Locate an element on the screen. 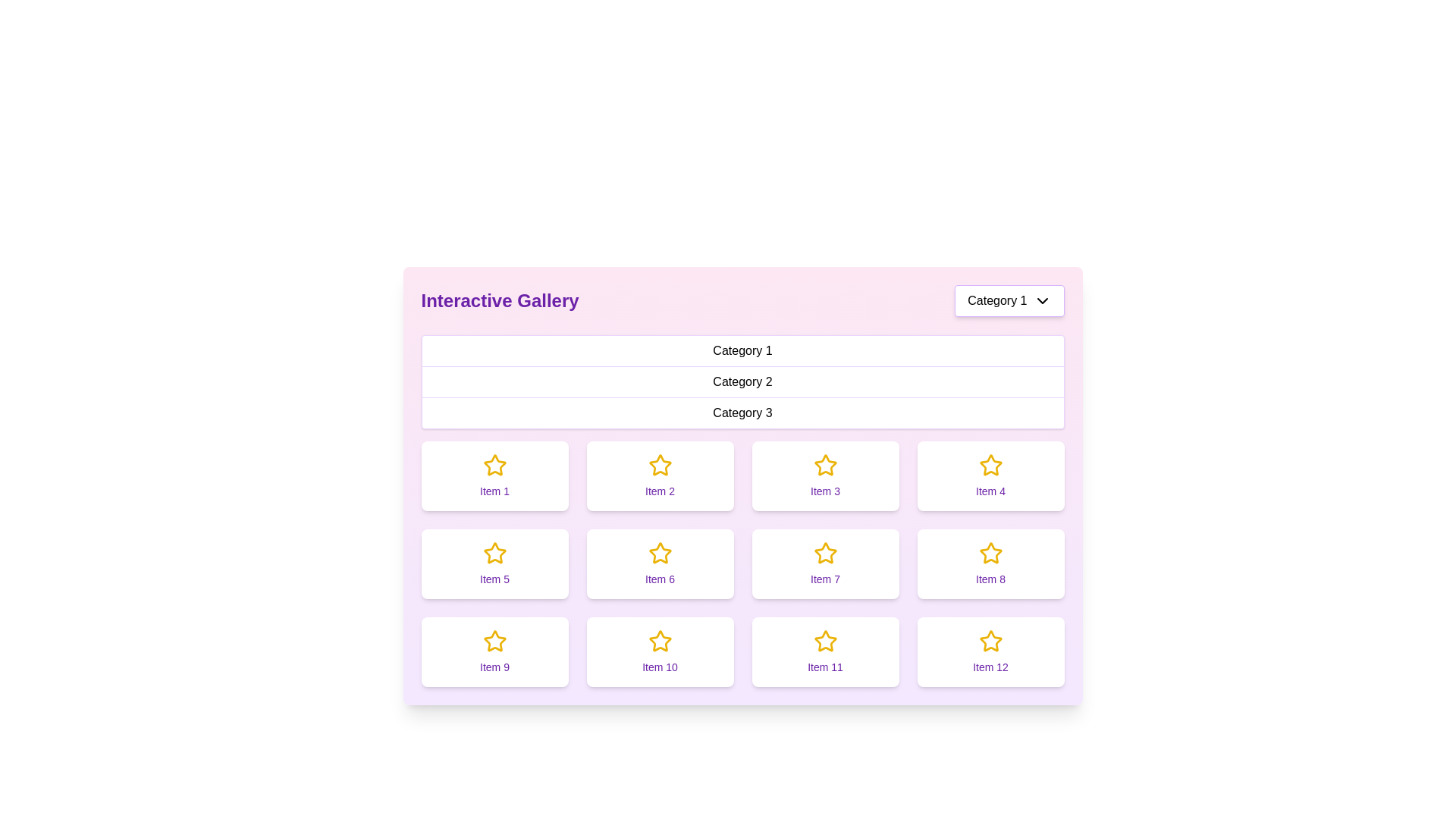 The image size is (1456, 819). text of the purple 'Item 7' text label located below the yellow star icon within its white rounded rectangular card in the second row and third column of the grid layout under 'Category 1' is located at coordinates (824, 579).